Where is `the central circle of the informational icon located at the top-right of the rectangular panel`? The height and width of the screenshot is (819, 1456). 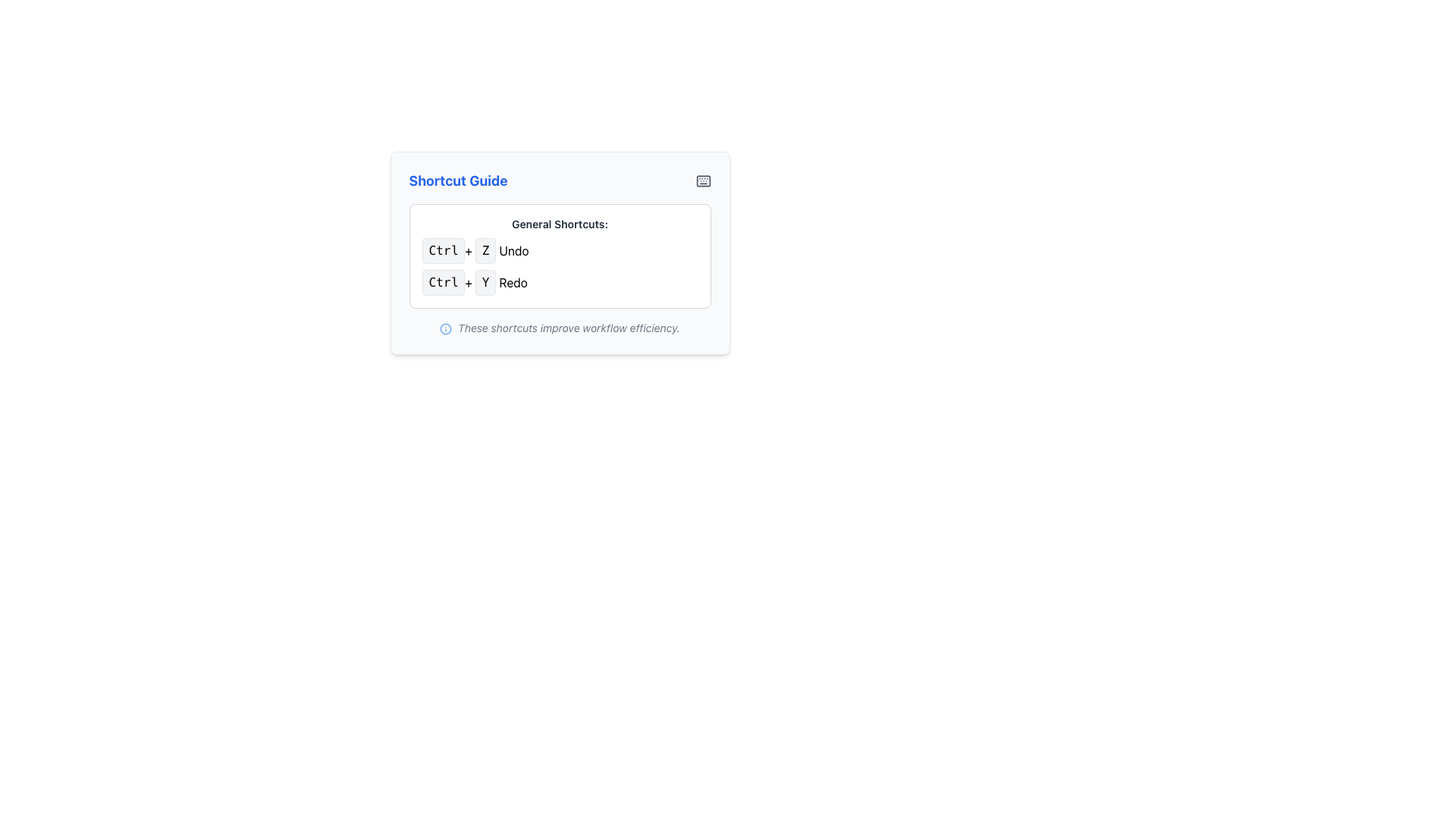 the central circle of the informational icon located at the top-right of the rectangular panel is located at coordinates (445, 328).